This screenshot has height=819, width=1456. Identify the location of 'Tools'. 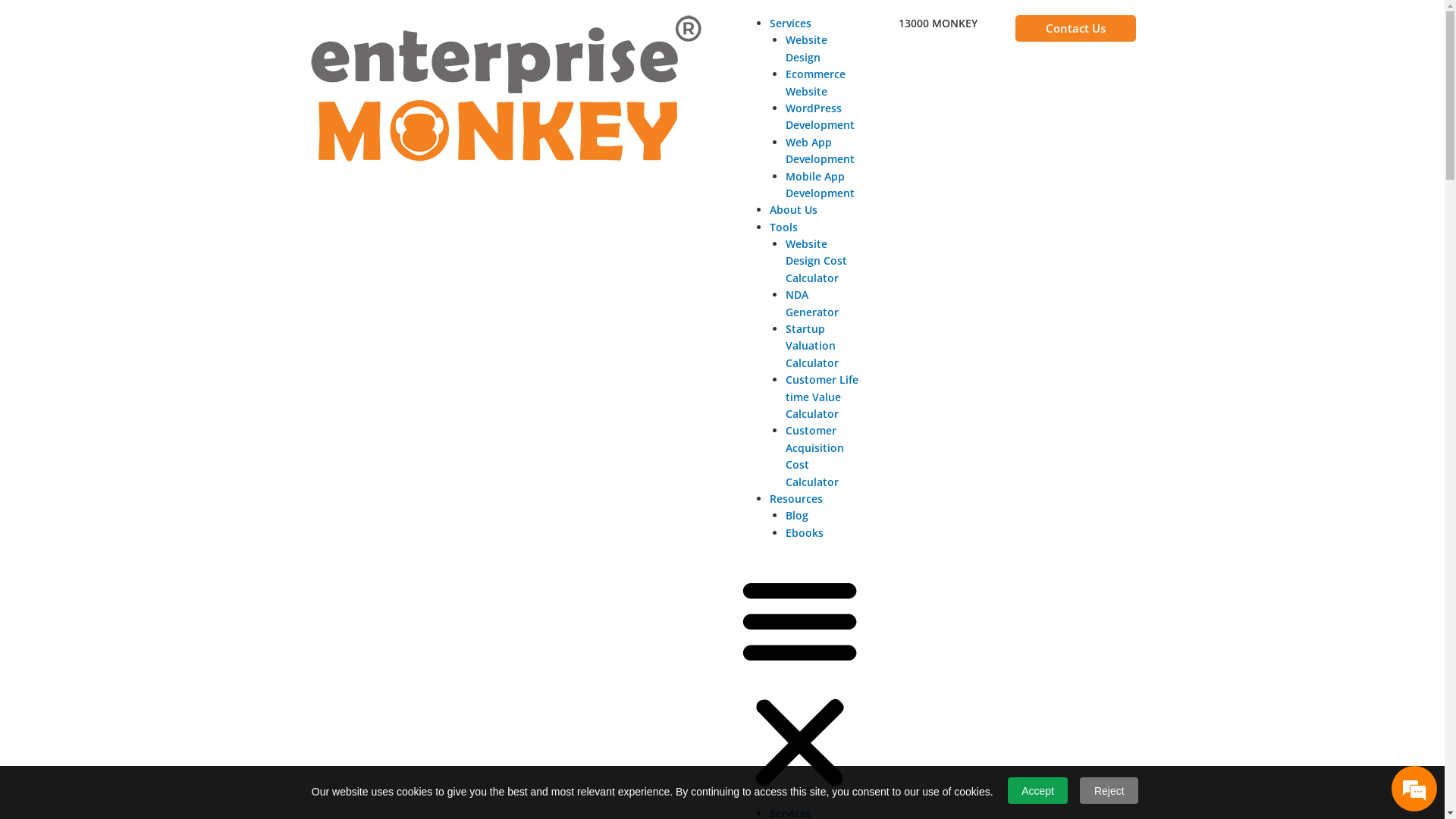
(783, 227).